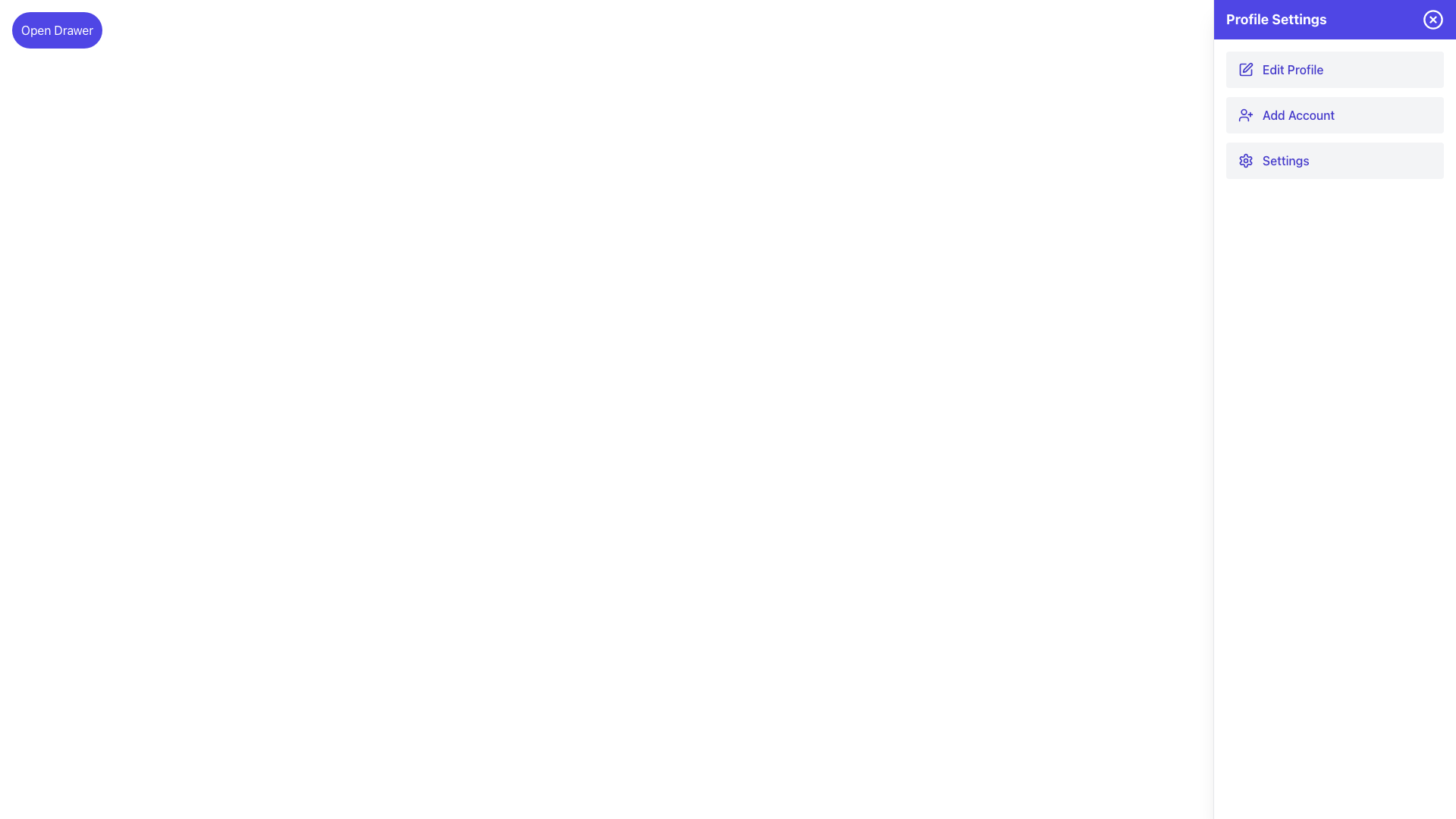 This screenshot has width=1456, height=819. I want to click on the circle icon in the top-right corner of the Profile Settings panel, which signifies a close or dismiss action, so click(1432, 18).